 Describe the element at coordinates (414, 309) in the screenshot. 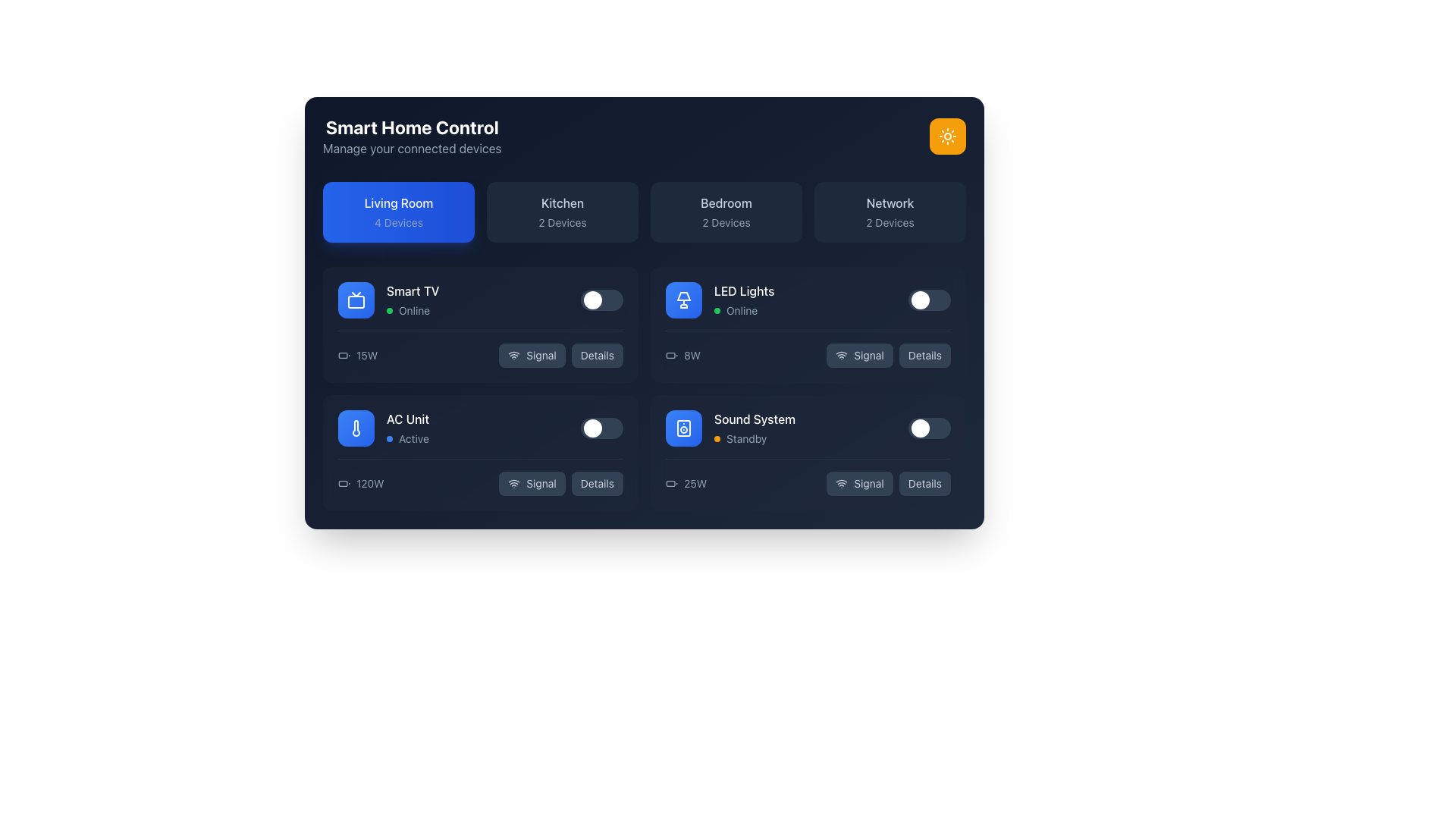

I see `the status indicator text label that shows the device is currently online, located to the right of the small green indicator dot under the 'Smart TV' label in the 'Living Room' section` at that location.